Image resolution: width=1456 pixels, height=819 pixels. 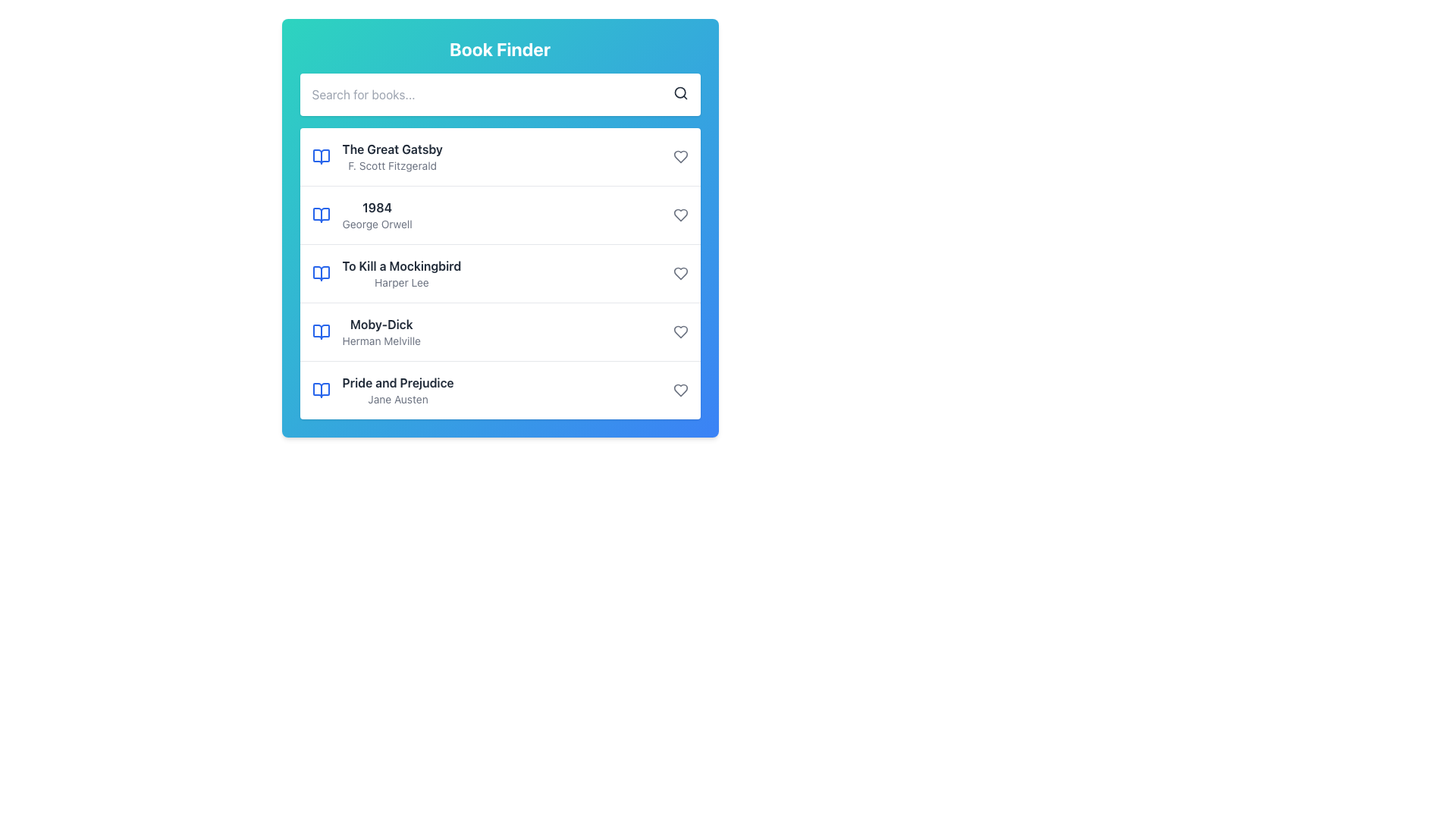 What do you see at coordinates (679, 215) in the screenshot?
I see `the favorite icon button for the book '1984' by George Orwell` at bounding box center [679, 215].